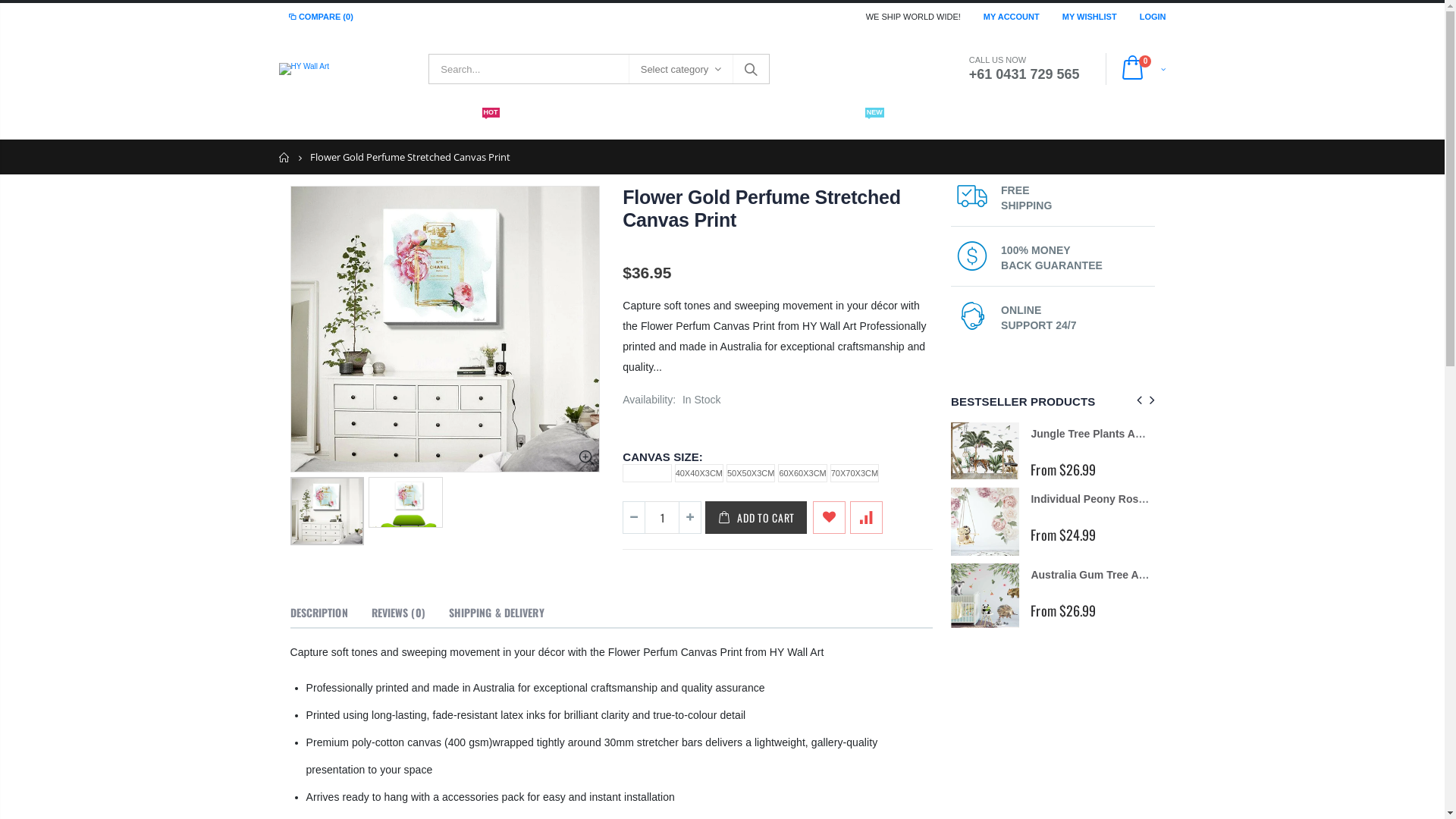  What do you see at coordinates (1062, 15) in the screenshot?
I see `'MY WISHLIST'` at bounding box center [1062, 15].